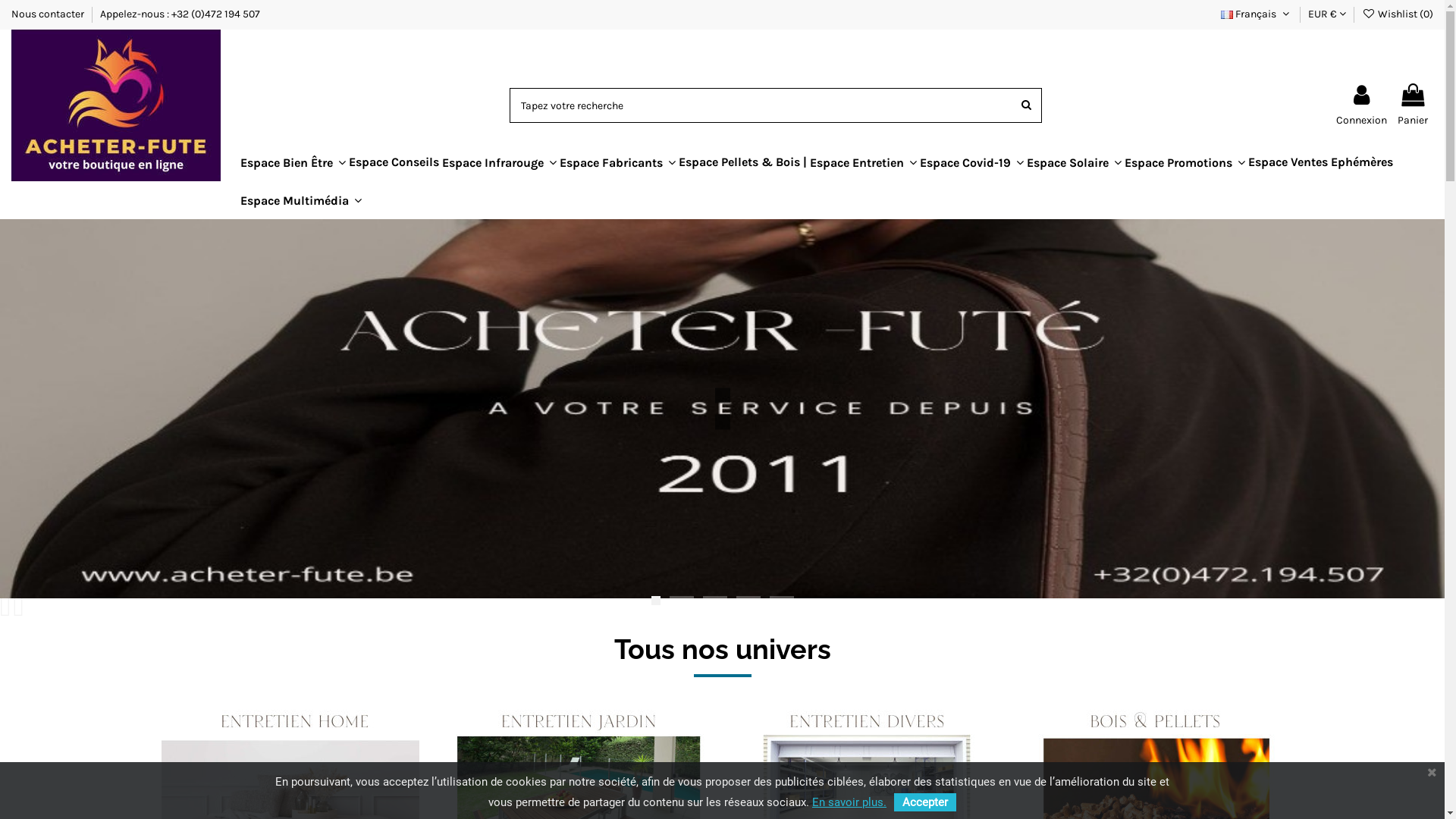  Describe the element at coordinates (180, 14) in the screenshot. I see `'Appelez-nous : +32 (0)472 194 507'` at that location.